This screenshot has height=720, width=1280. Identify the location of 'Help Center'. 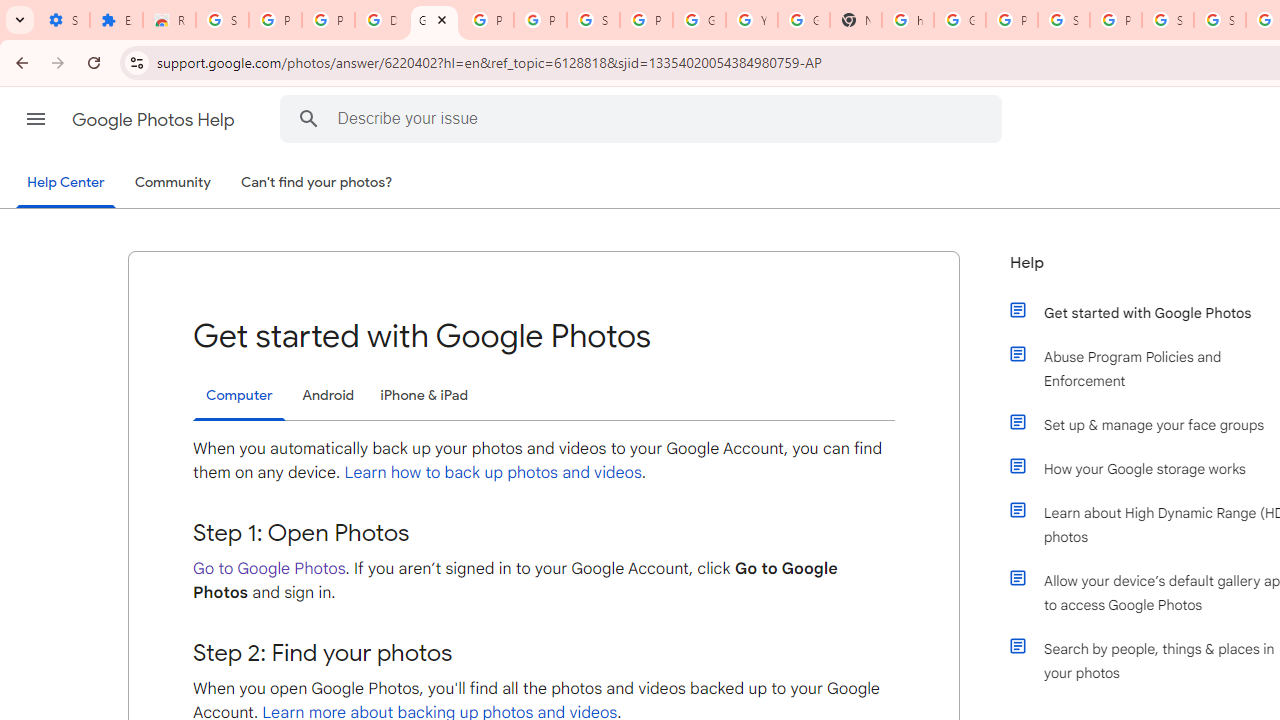
(65, 183).